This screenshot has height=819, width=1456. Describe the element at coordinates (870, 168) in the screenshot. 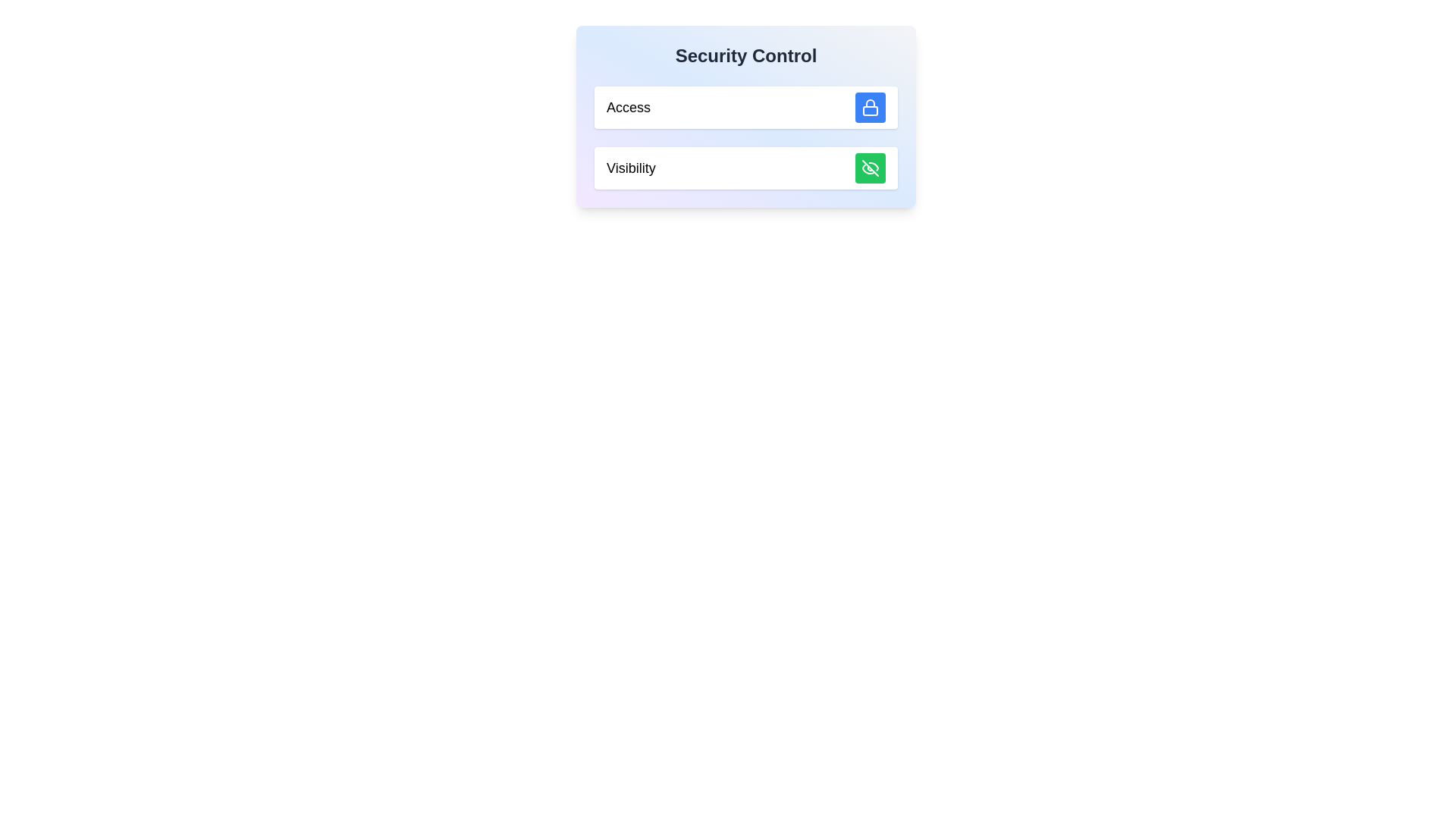

I see `the diagonal line of the 'eye-off' icon located at the bottom-right of the 'Visibility' row in the 'Security Control' panel` at that location.